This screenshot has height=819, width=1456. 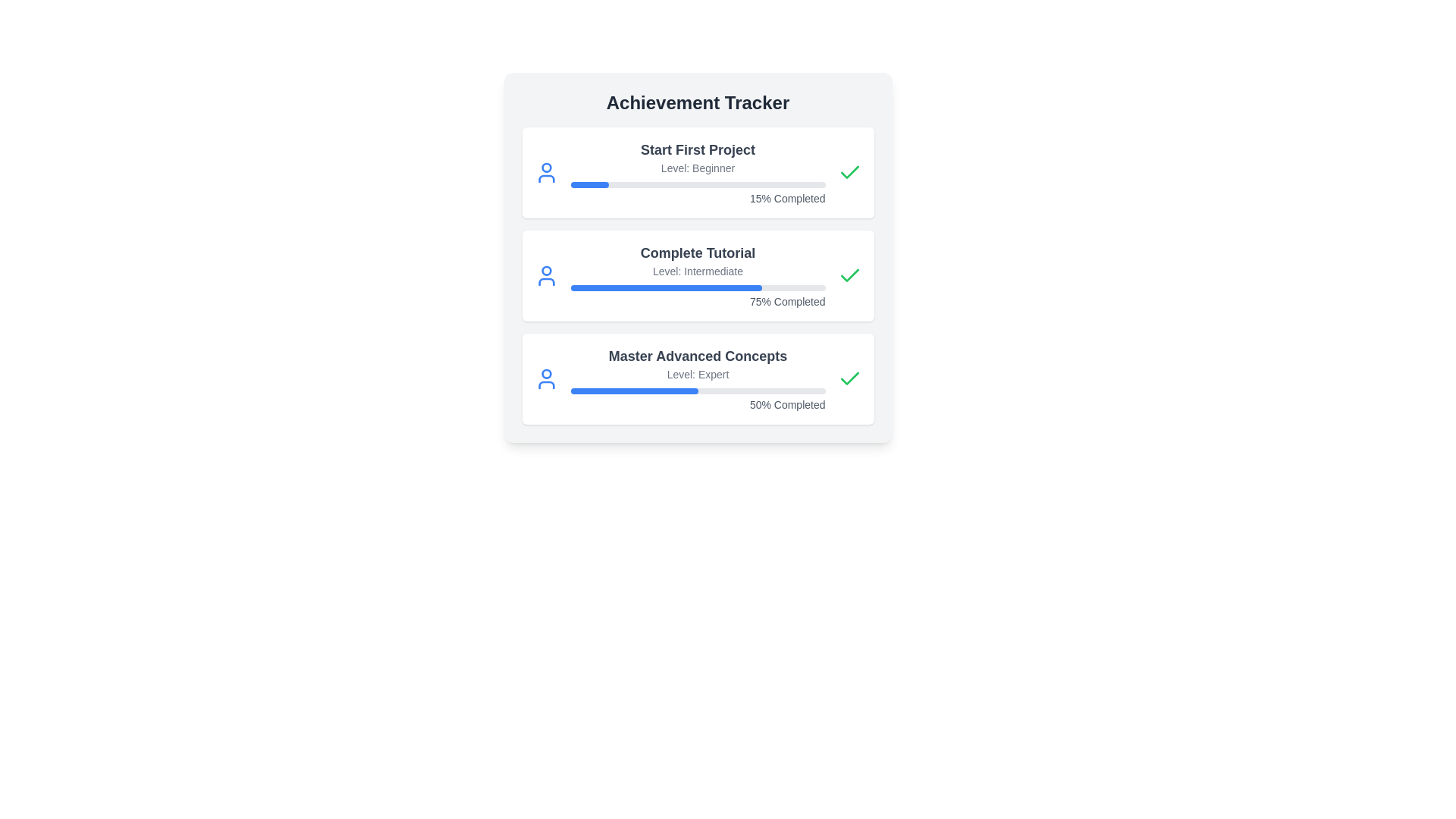 What do you see at coordinates (849, 275) in the screenshot?
I see `the checkmark icon within the green circle, which indicates completion, located near the 'Complete Tutorial' item in the achievement tracker interface` at bounding box center [849, 275].